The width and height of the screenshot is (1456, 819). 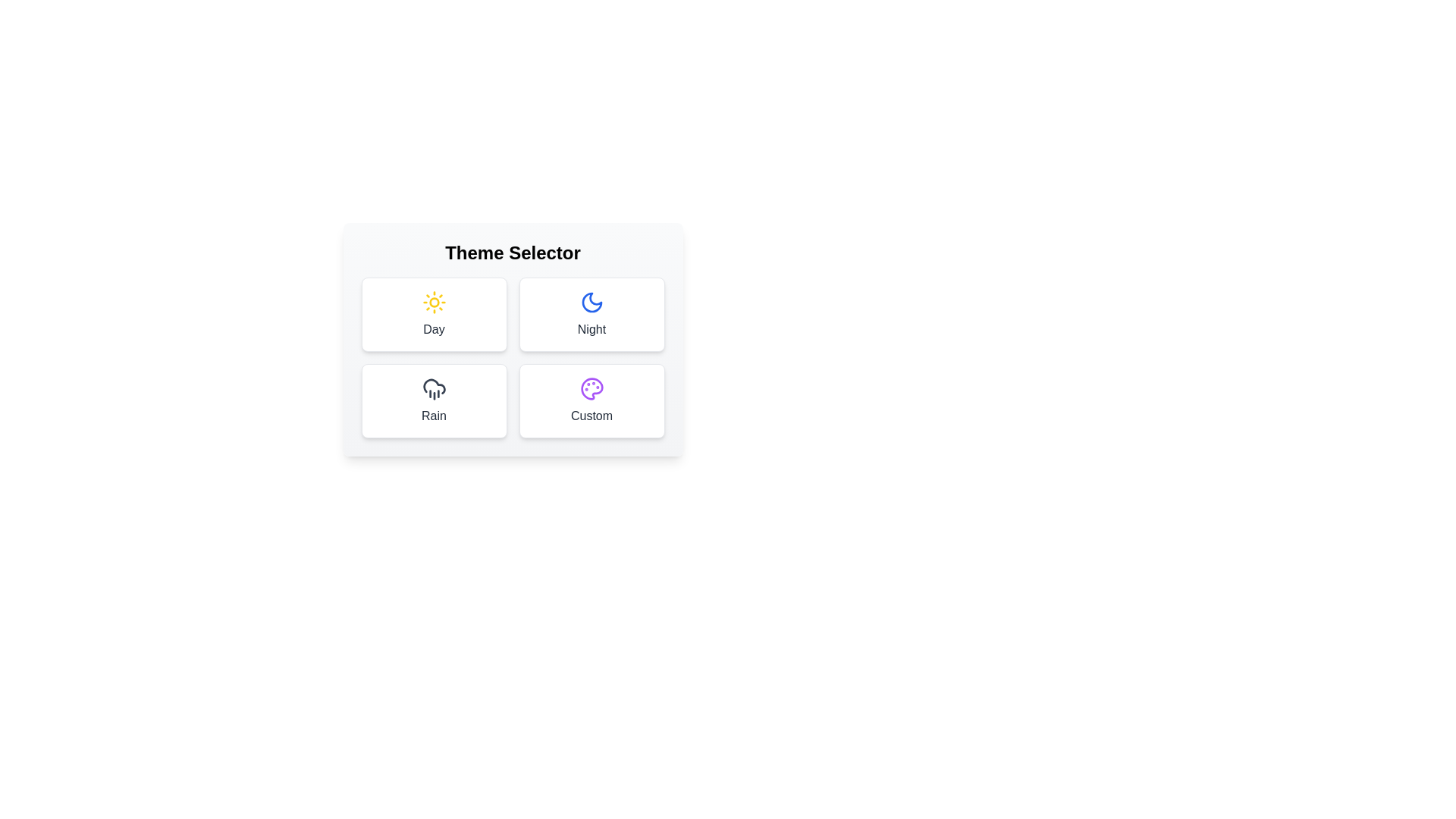 I want to click on the button corresponding to the Custom theme to select it, so click(x=591, y=400).